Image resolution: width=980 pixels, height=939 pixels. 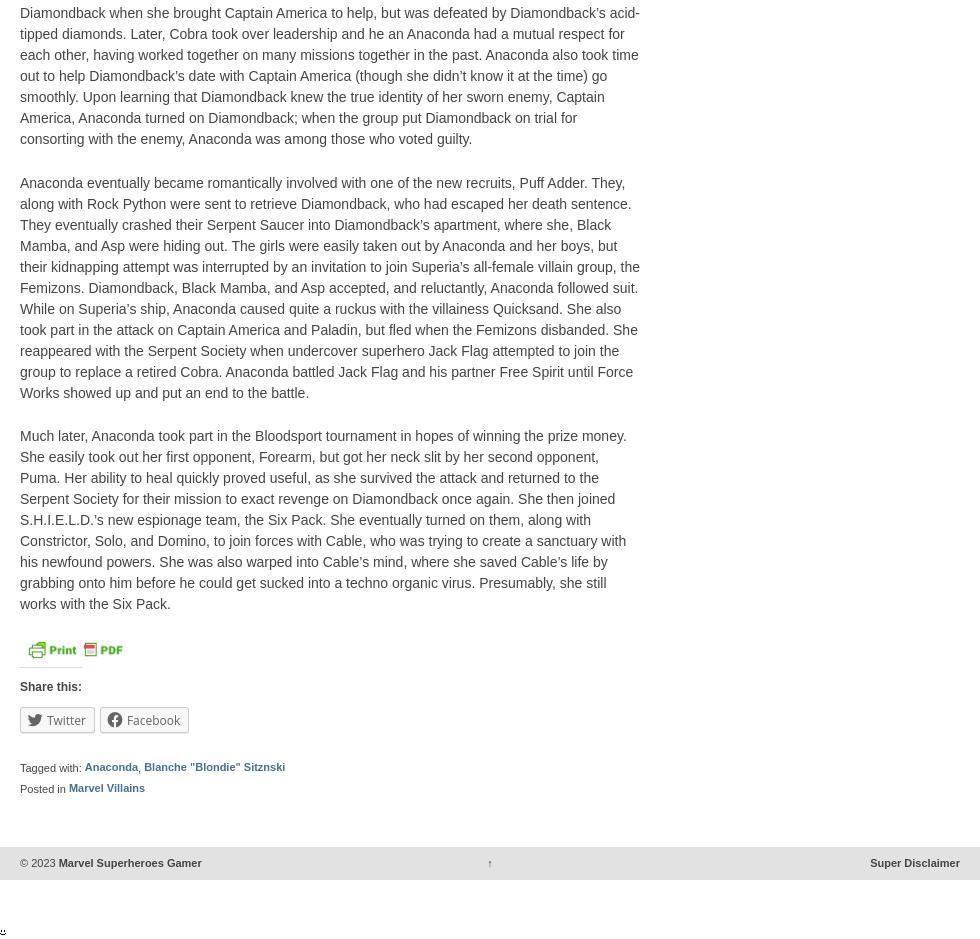 I want to click on 'Posted in', so click(x=44, y=787).